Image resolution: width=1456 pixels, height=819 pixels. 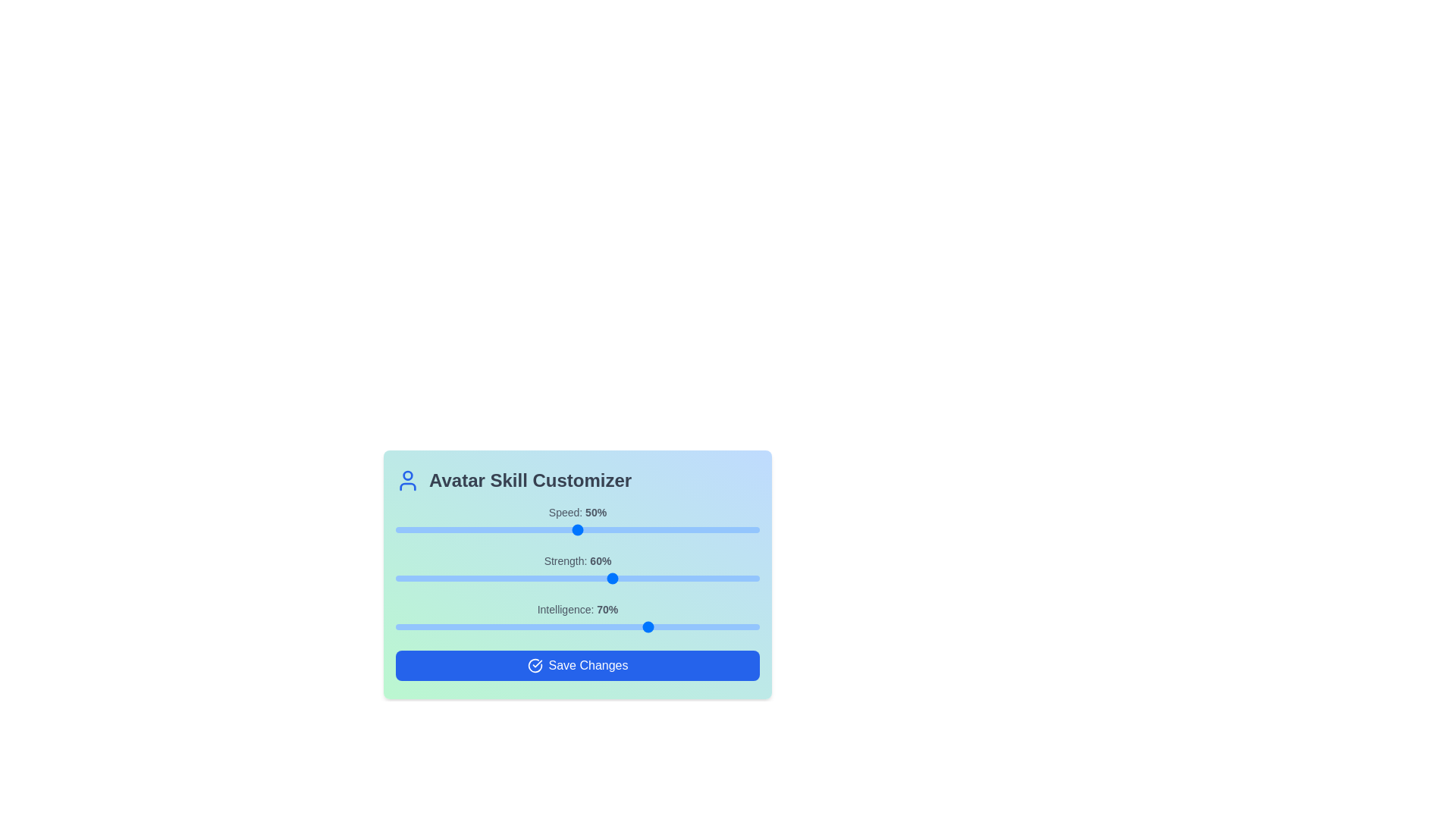 I want to click on strength, so click(x=682, y=579).